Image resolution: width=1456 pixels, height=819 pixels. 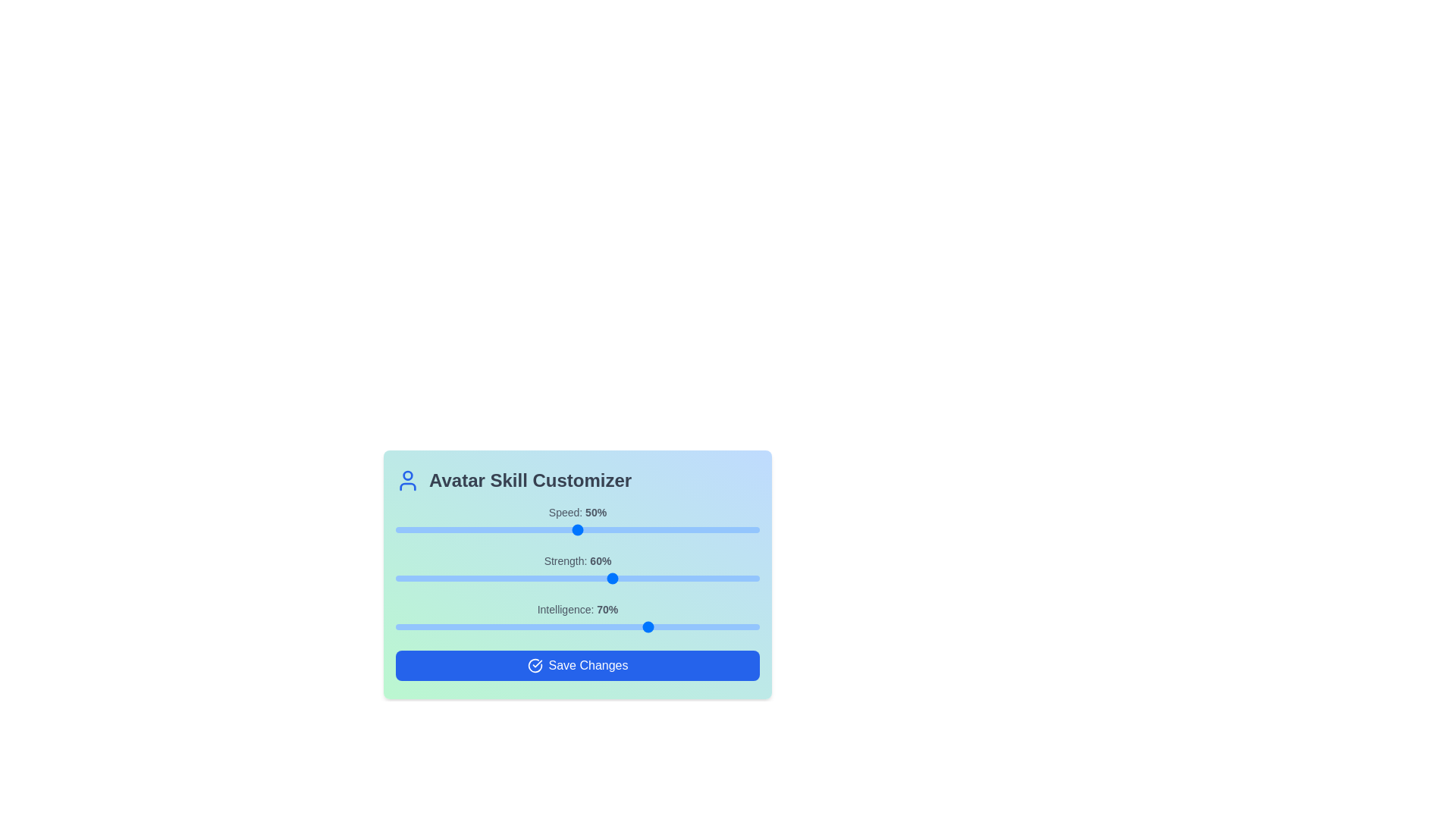 I want to click on strength, so click(x=682, y=579).